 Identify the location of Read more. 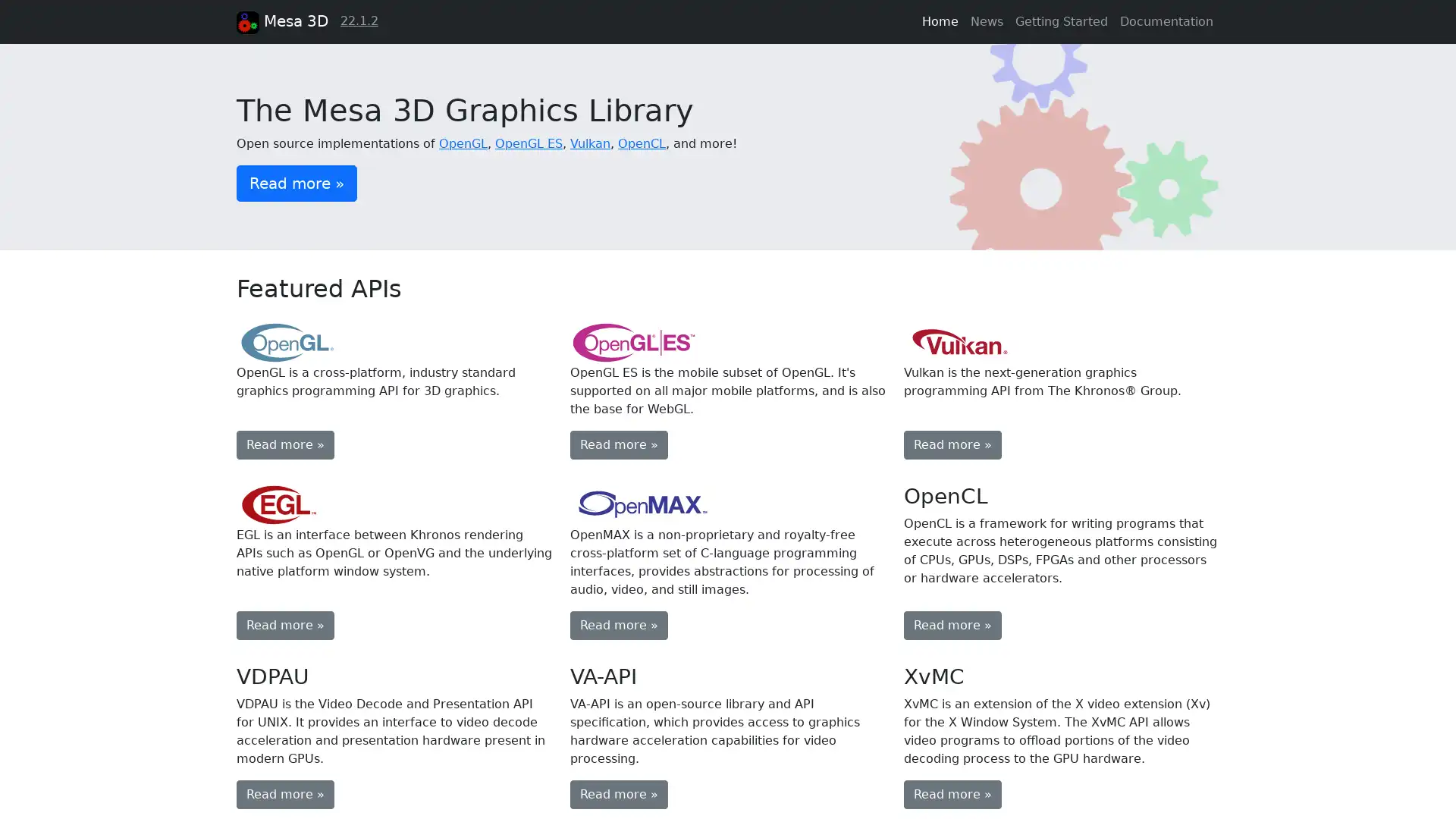
(619, 444).